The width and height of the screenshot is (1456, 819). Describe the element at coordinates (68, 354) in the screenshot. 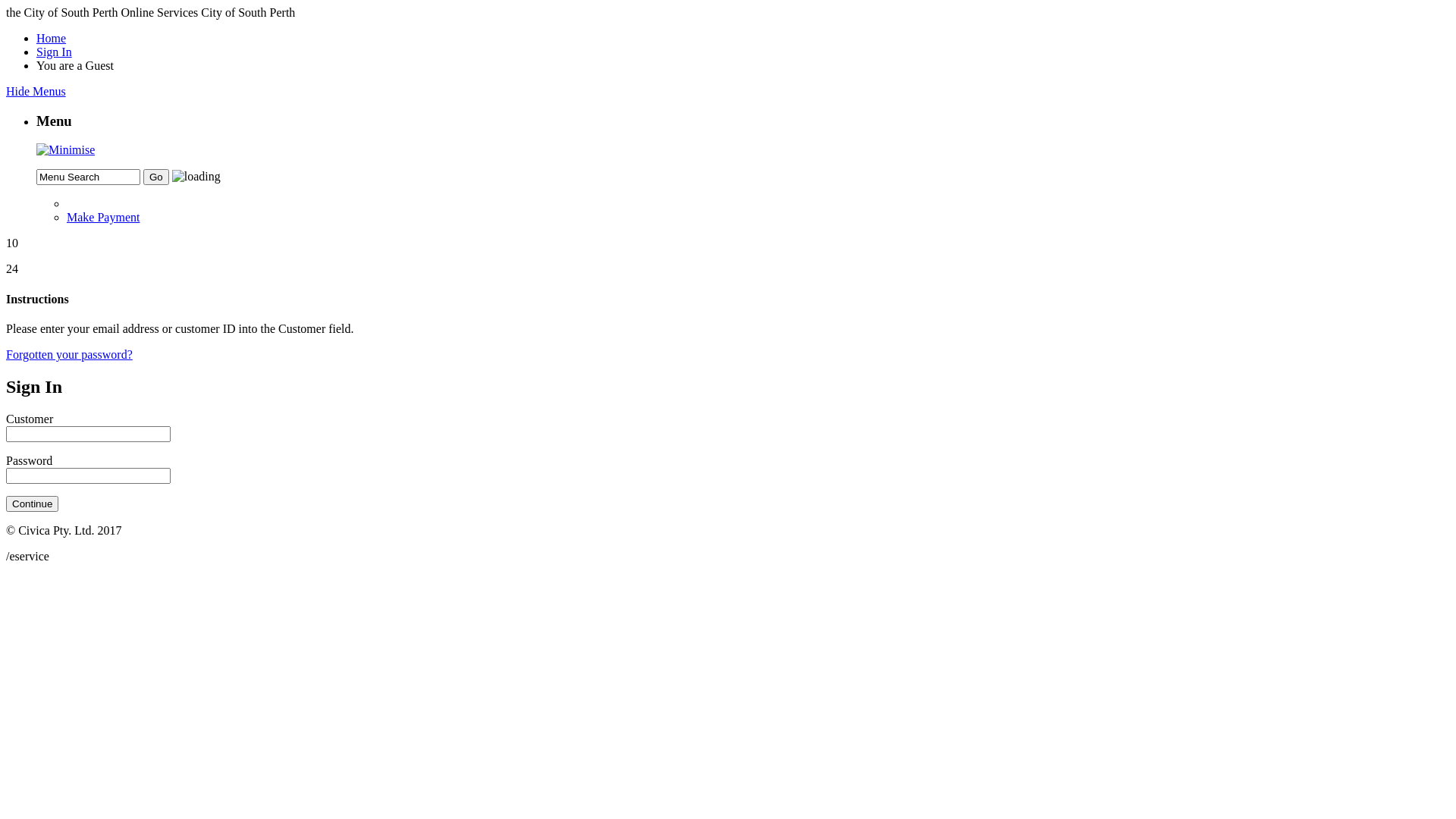

I see `'Forgotten your password?'` at that location.